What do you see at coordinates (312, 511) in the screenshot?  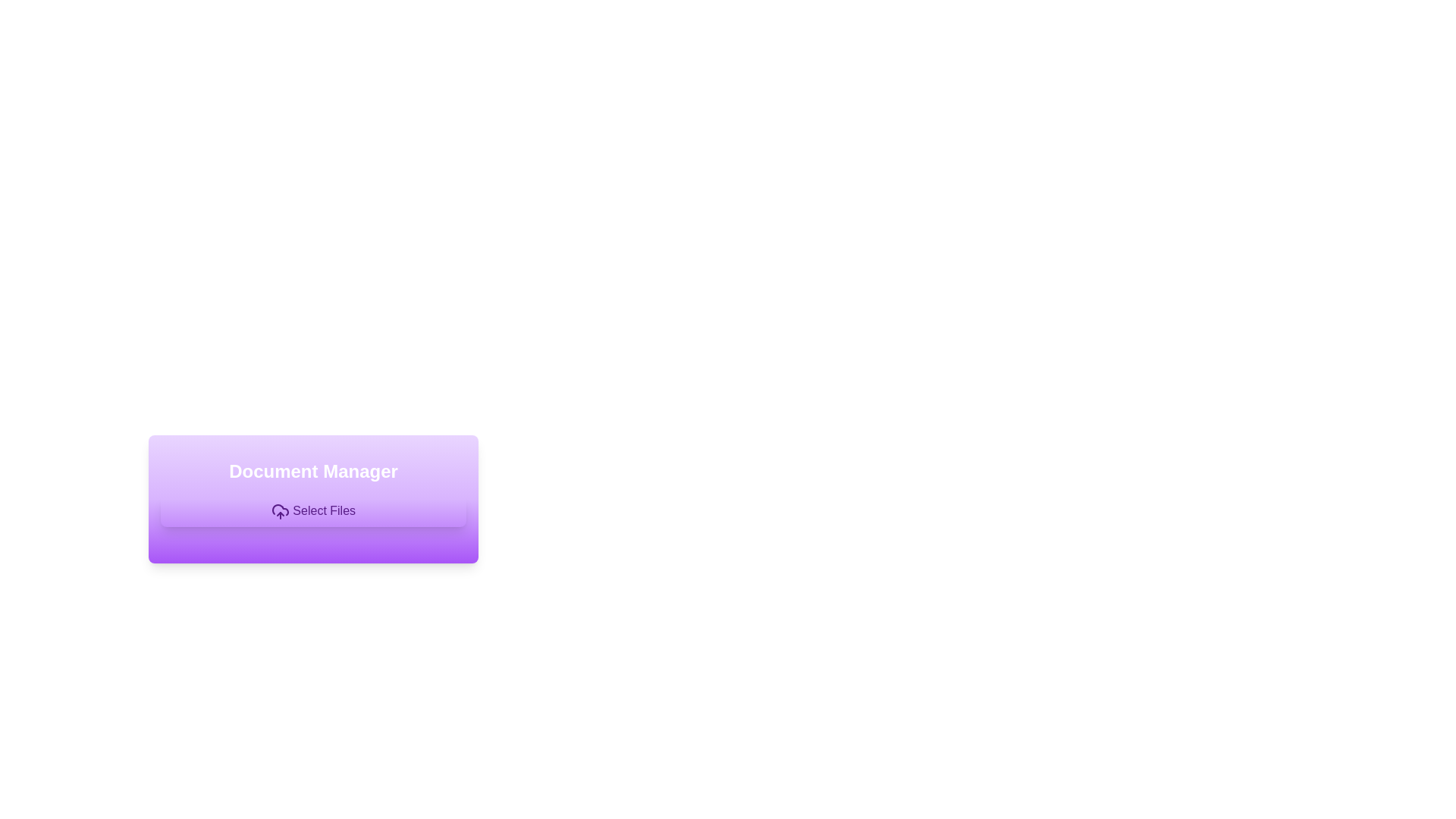 I see `keyboard navigation` at bounding box center [312, 511].